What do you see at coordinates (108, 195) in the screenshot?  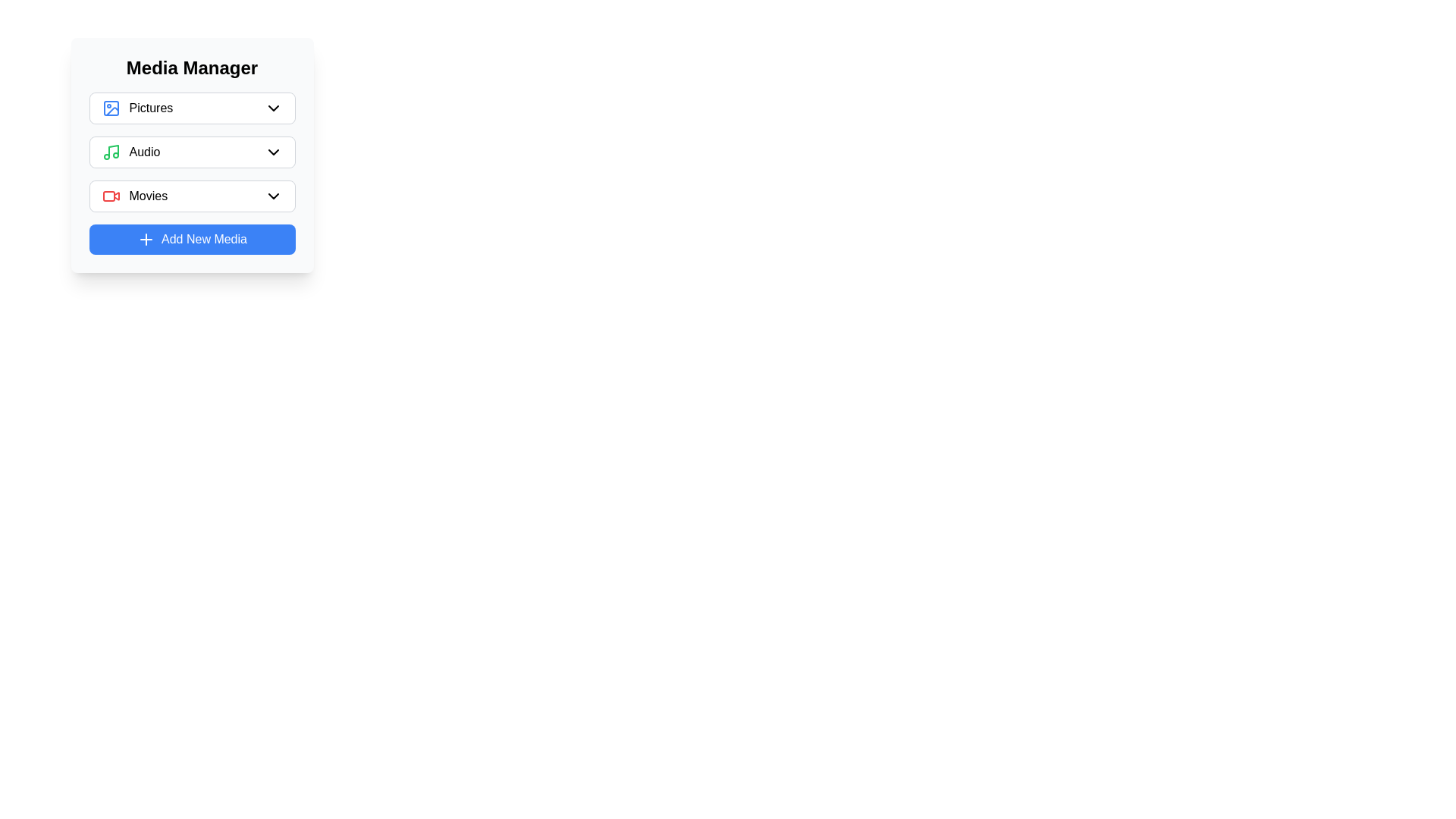 I see `the inner rounded rectangle of the video symbol in the 'Media Manager' section, which is a graphical icon with no visible color` at bounding box center [108, 195].